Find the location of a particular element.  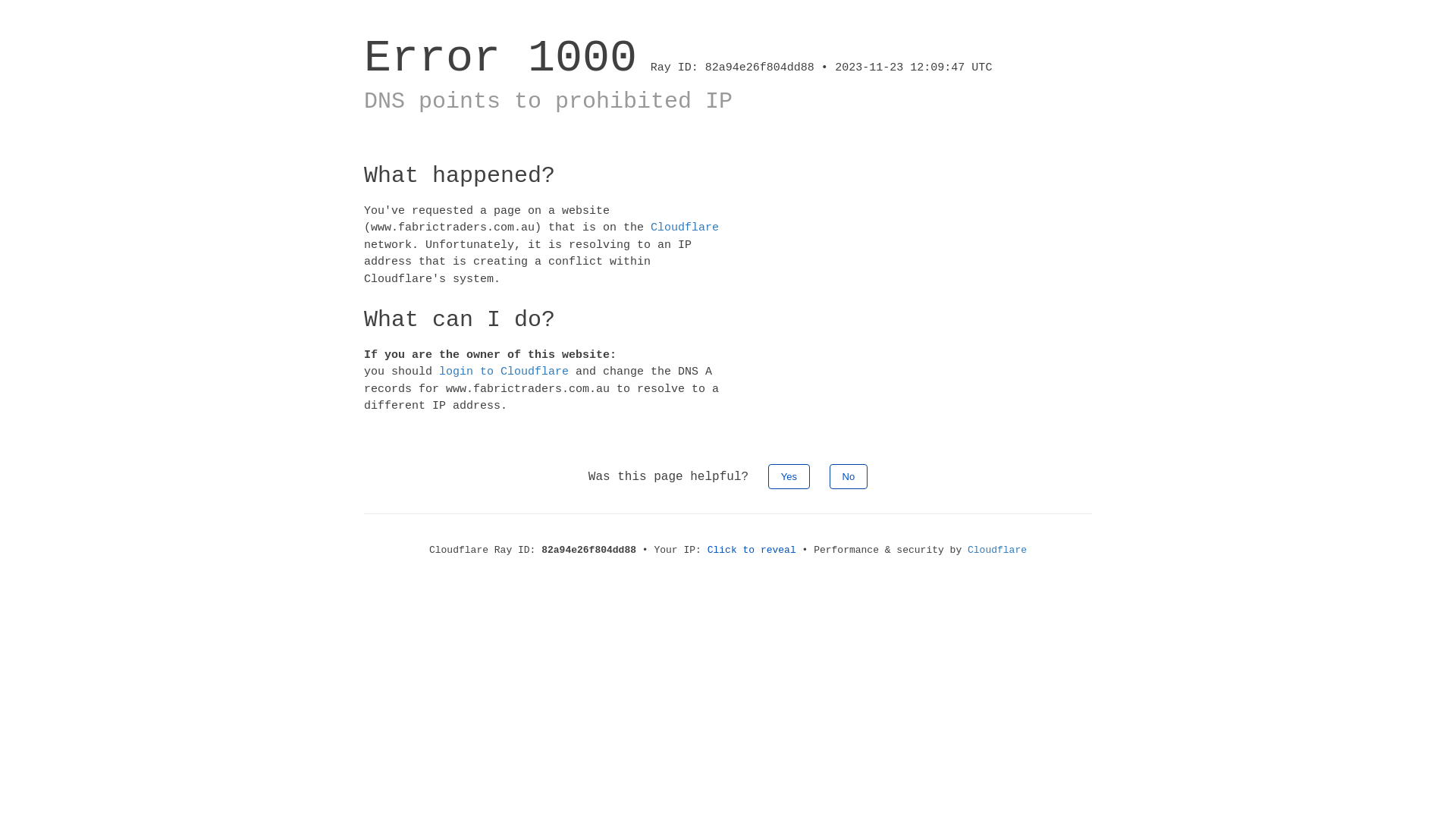

'Cloudflare' is located at coordinates (651, 227).